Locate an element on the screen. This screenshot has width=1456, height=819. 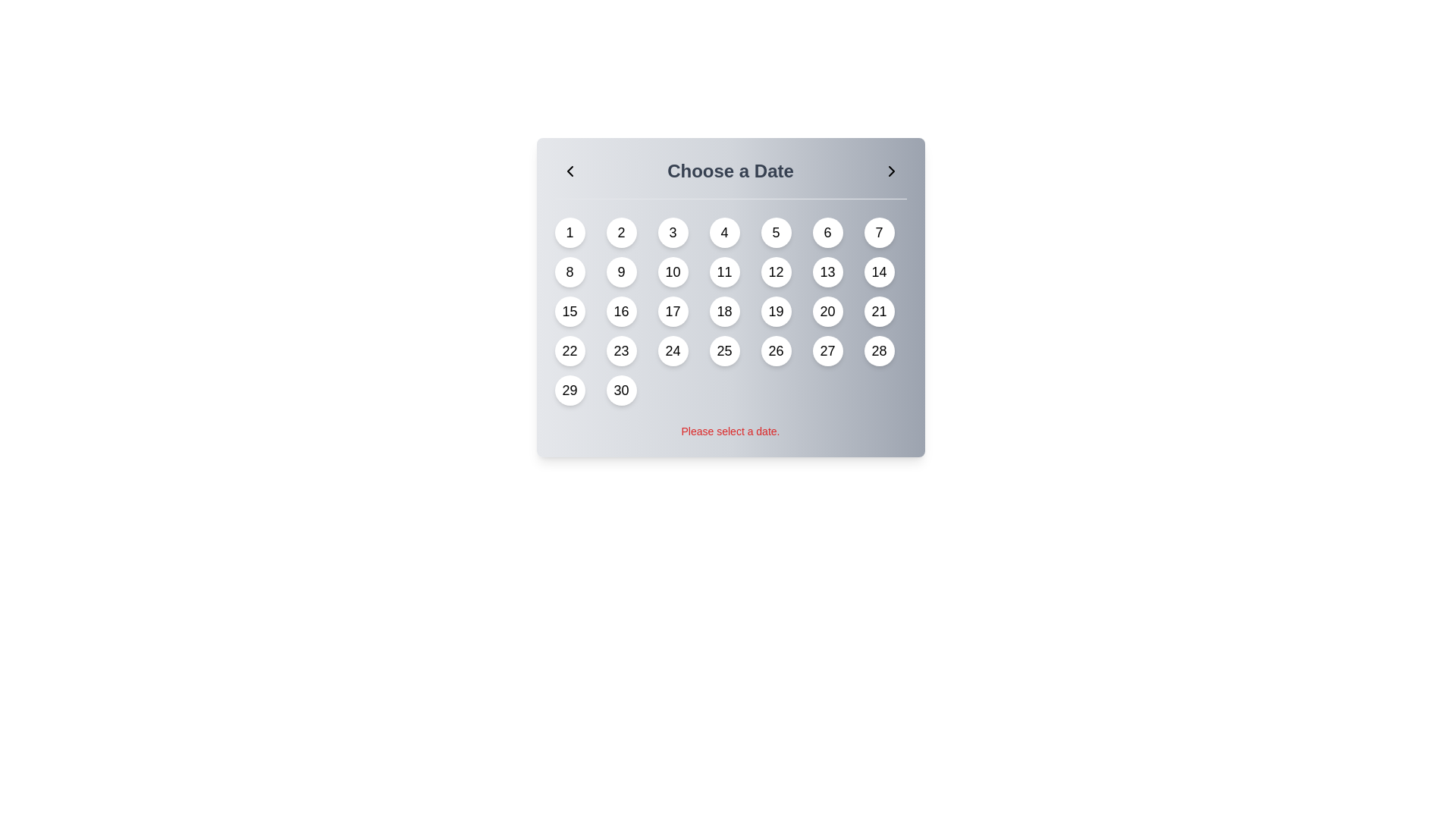
the button representing the selectable date of the 28th in the calendar interface, located in the fourth row and seventh column of the grid layout is located at coordinates (879, 350).